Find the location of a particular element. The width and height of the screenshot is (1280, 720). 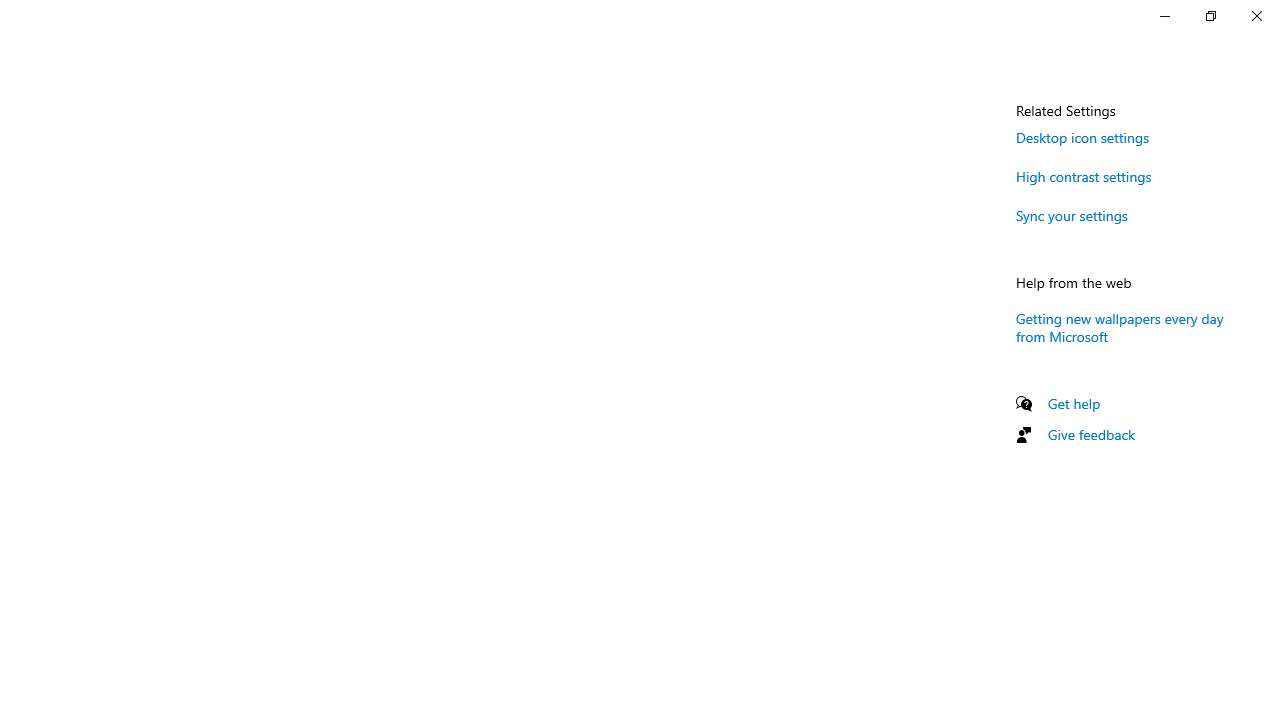

'Get help' is located at coordinates (1073, 403).